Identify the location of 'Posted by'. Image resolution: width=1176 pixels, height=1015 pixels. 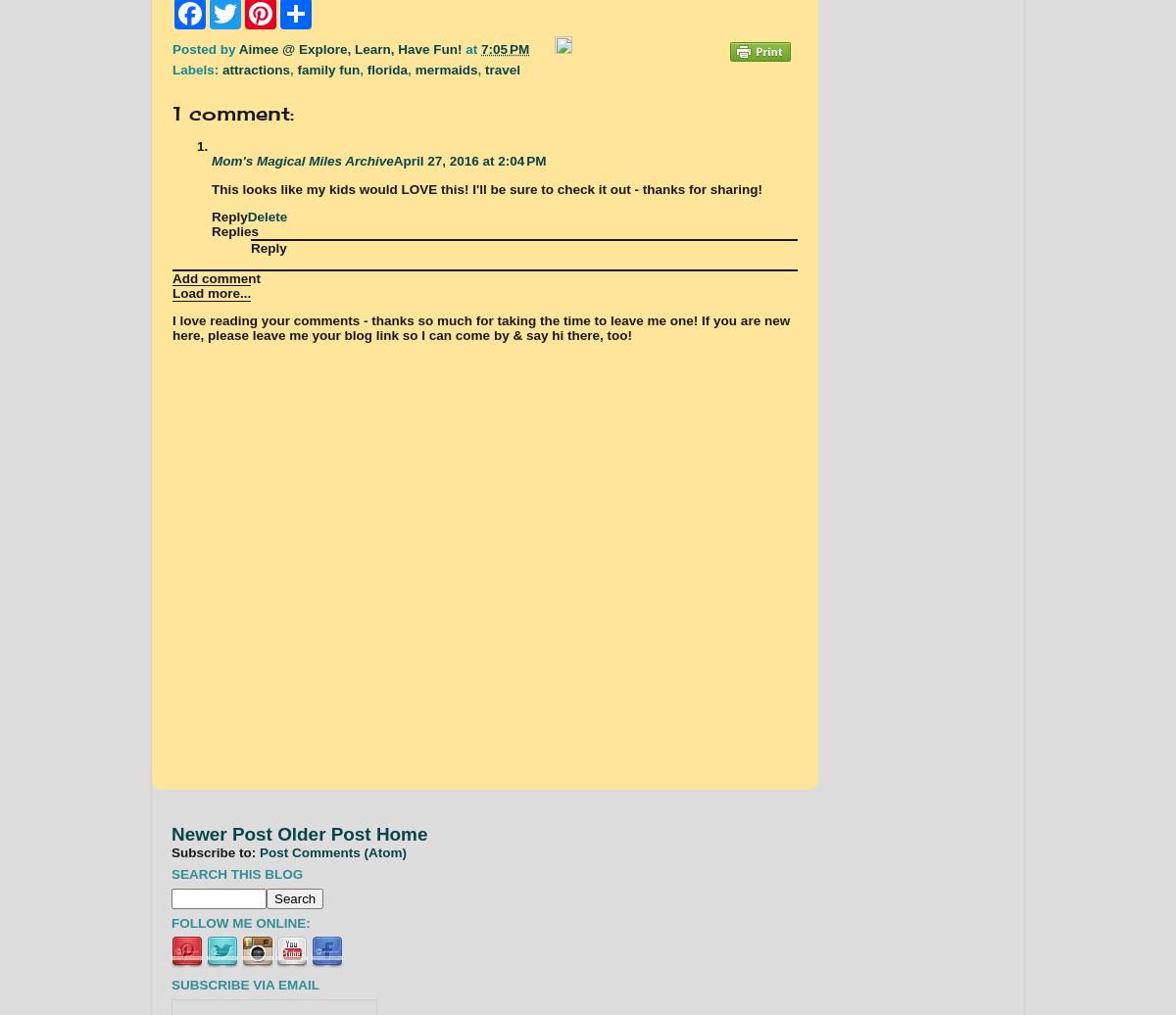
(204, 48).